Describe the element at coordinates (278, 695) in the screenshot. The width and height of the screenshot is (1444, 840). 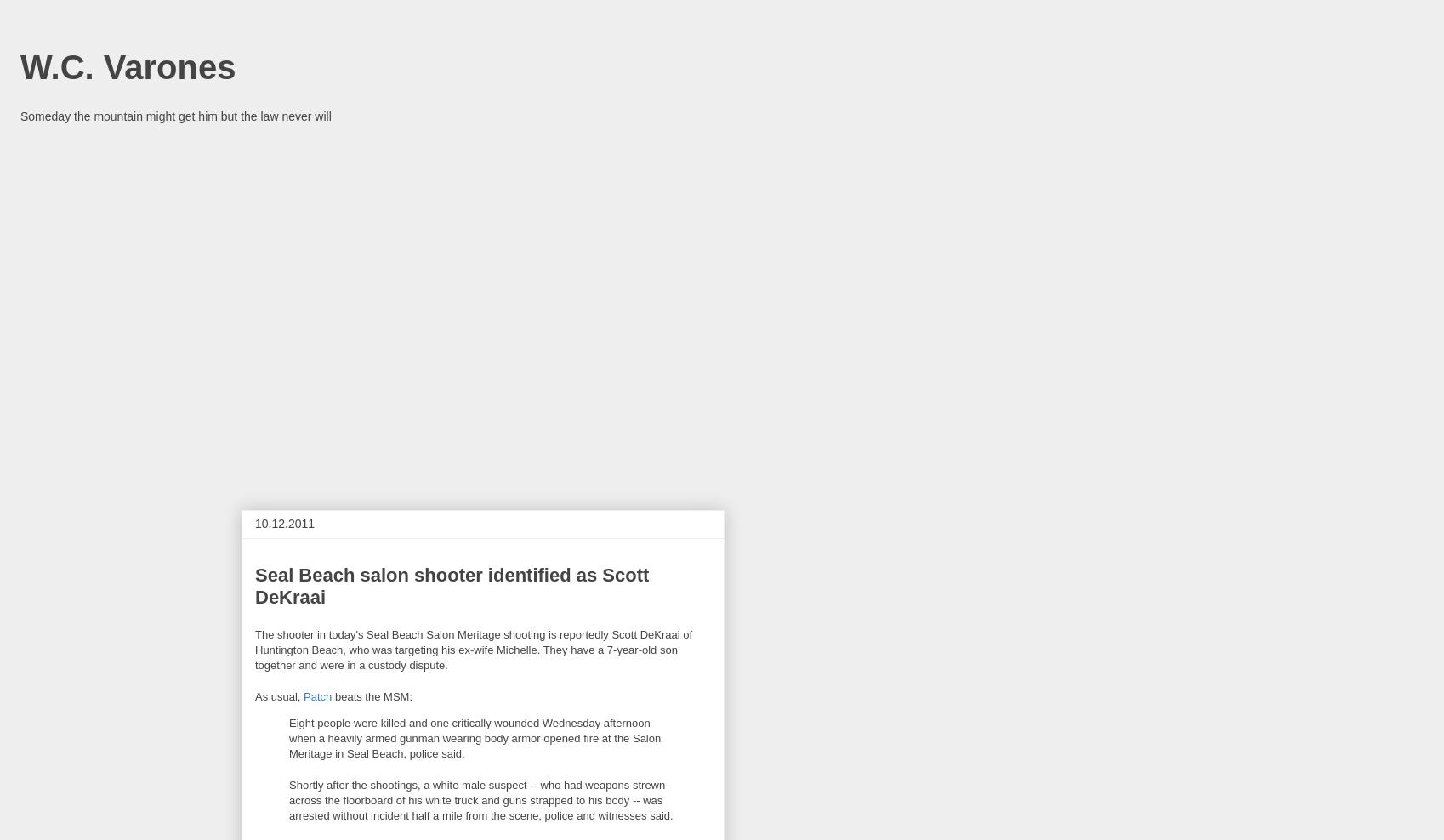
I see `'As usual,'` at that location.